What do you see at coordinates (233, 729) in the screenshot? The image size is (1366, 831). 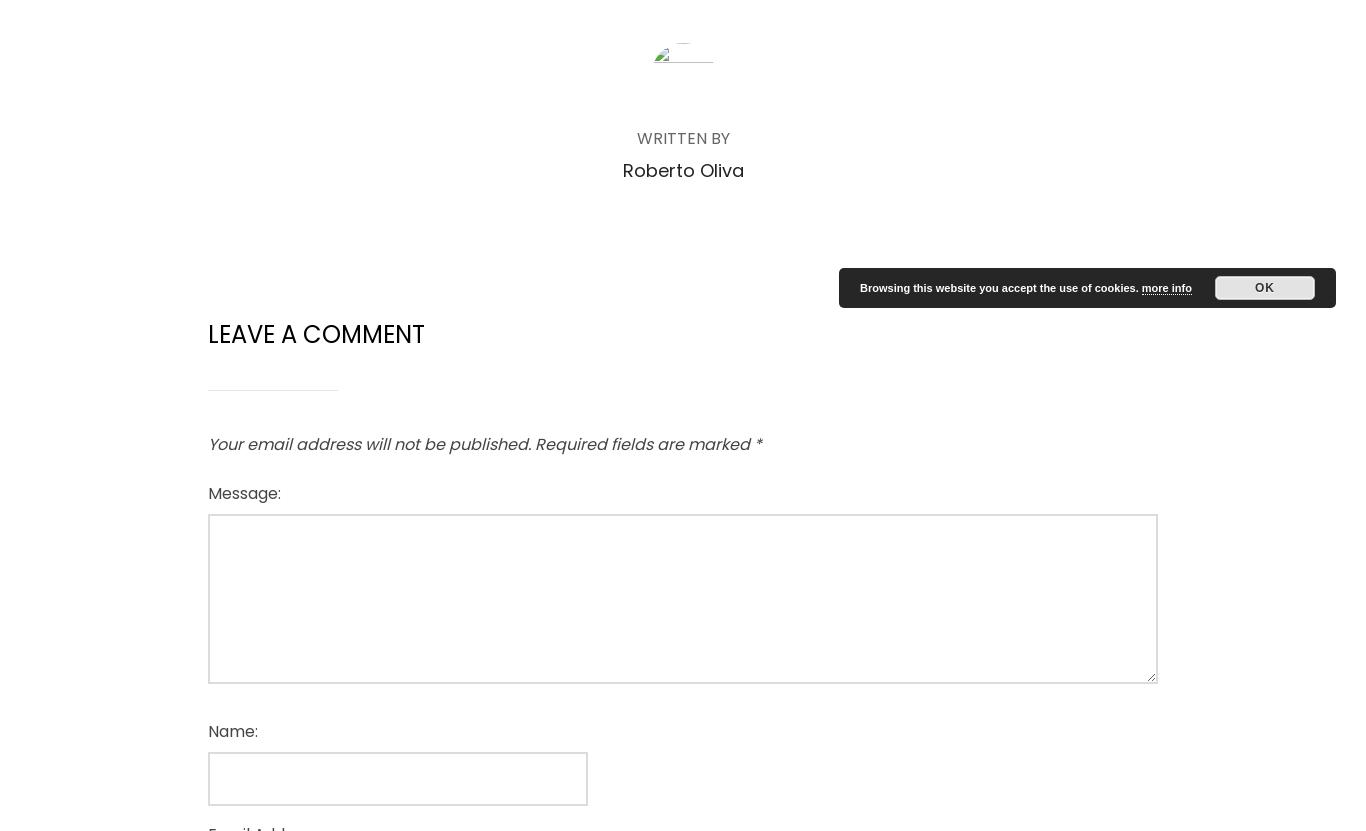 I see `'Name:'` at bounding box center [233, 729].